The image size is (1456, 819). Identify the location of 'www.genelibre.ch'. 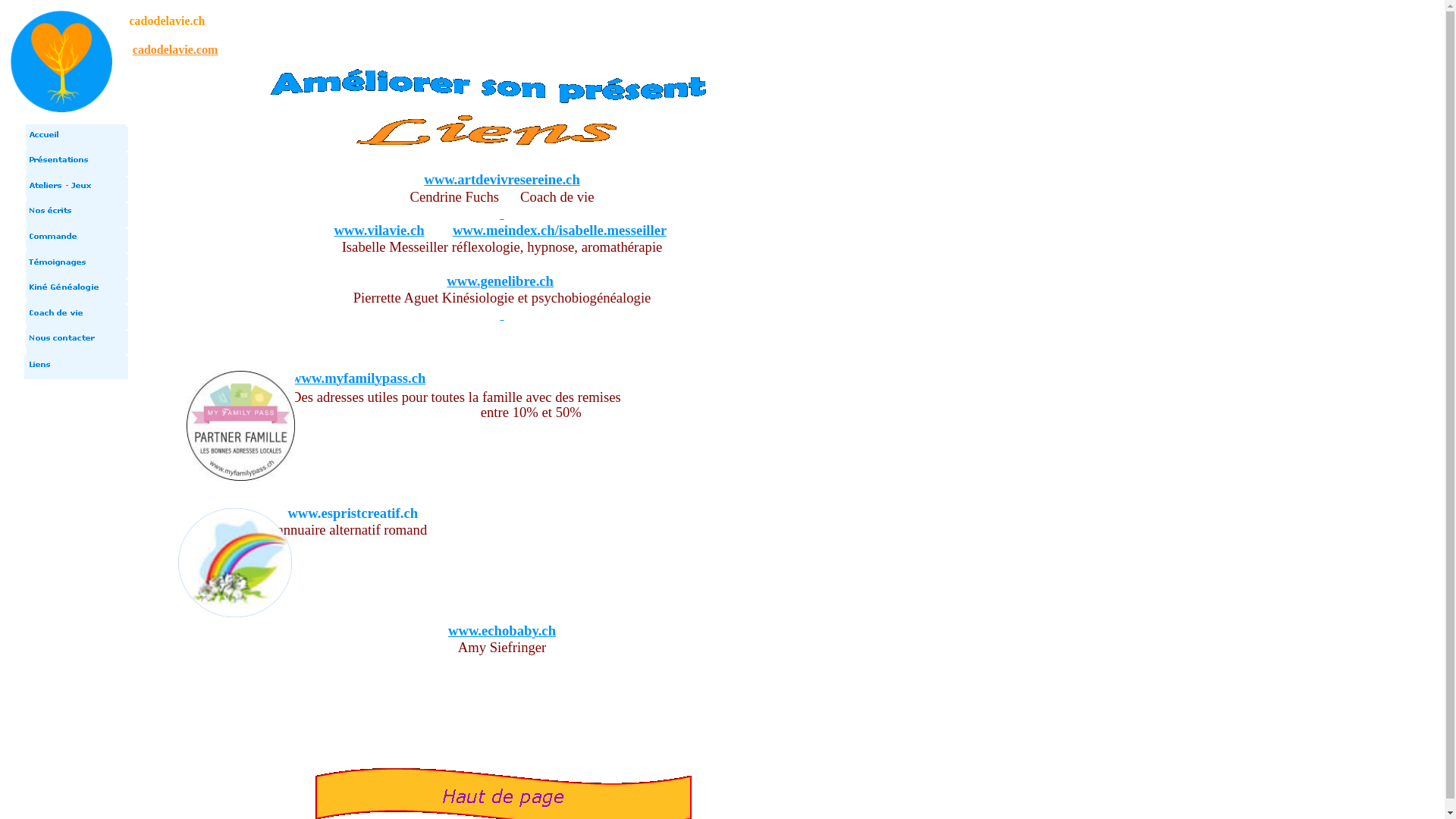
(500, 282).